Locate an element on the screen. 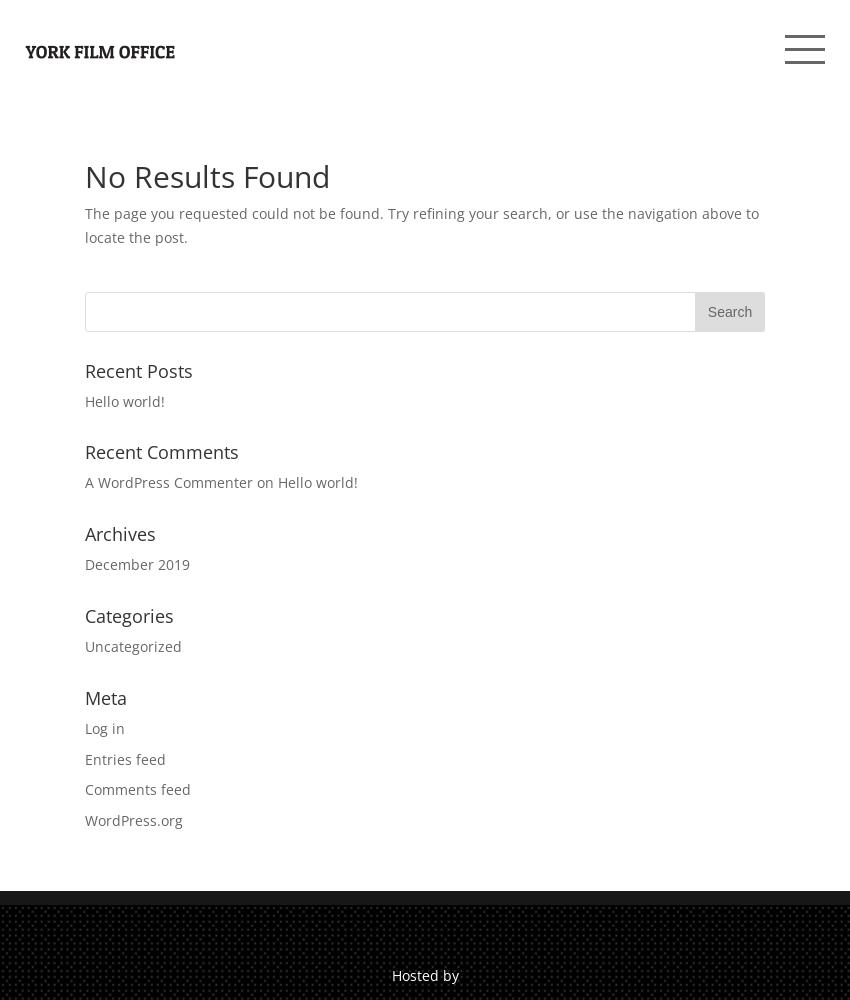  'Entries feed' is located at coordinates (124, 758).